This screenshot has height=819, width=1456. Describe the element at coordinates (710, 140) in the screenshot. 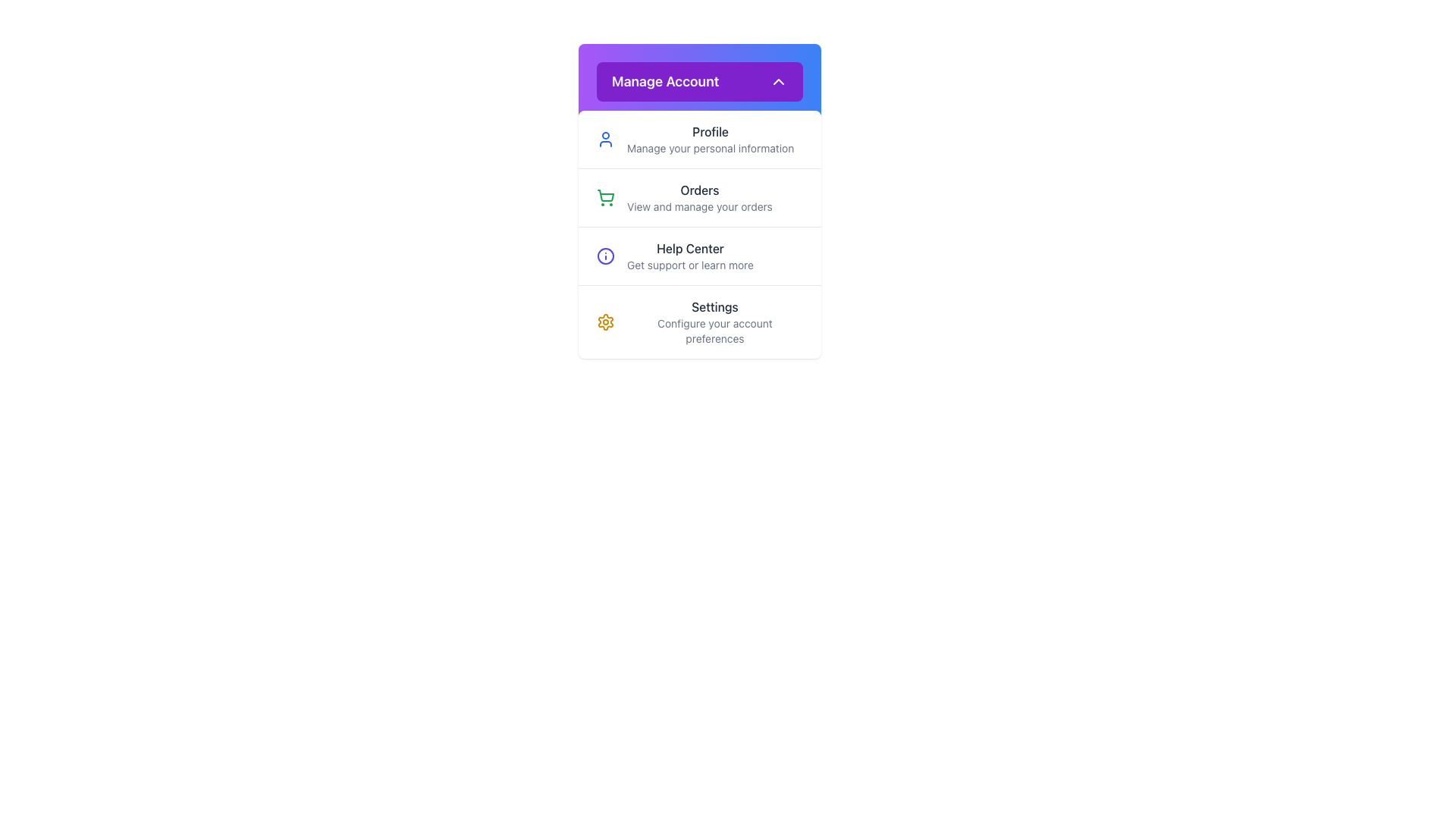

I see `the 'Profile' menu item that features a bold title and a description about managing personal information, located below the 'Manage Account' section` at that location.